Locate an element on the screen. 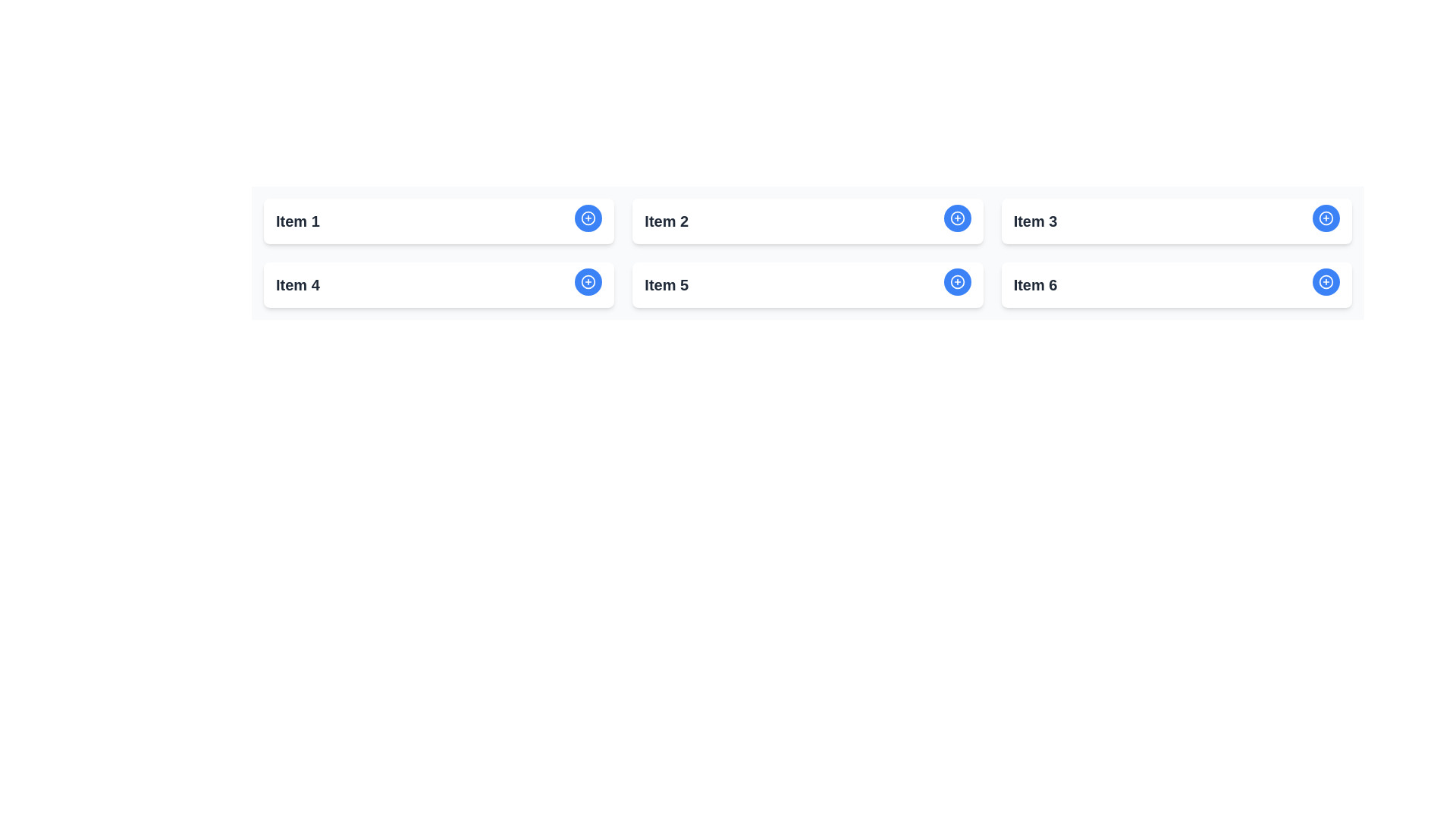 This screenshot has width=1456, height=819. the button with an icon located at the bottom-right corner of 'Item 2' card for visual feedback is located at coordinates (956, 218).